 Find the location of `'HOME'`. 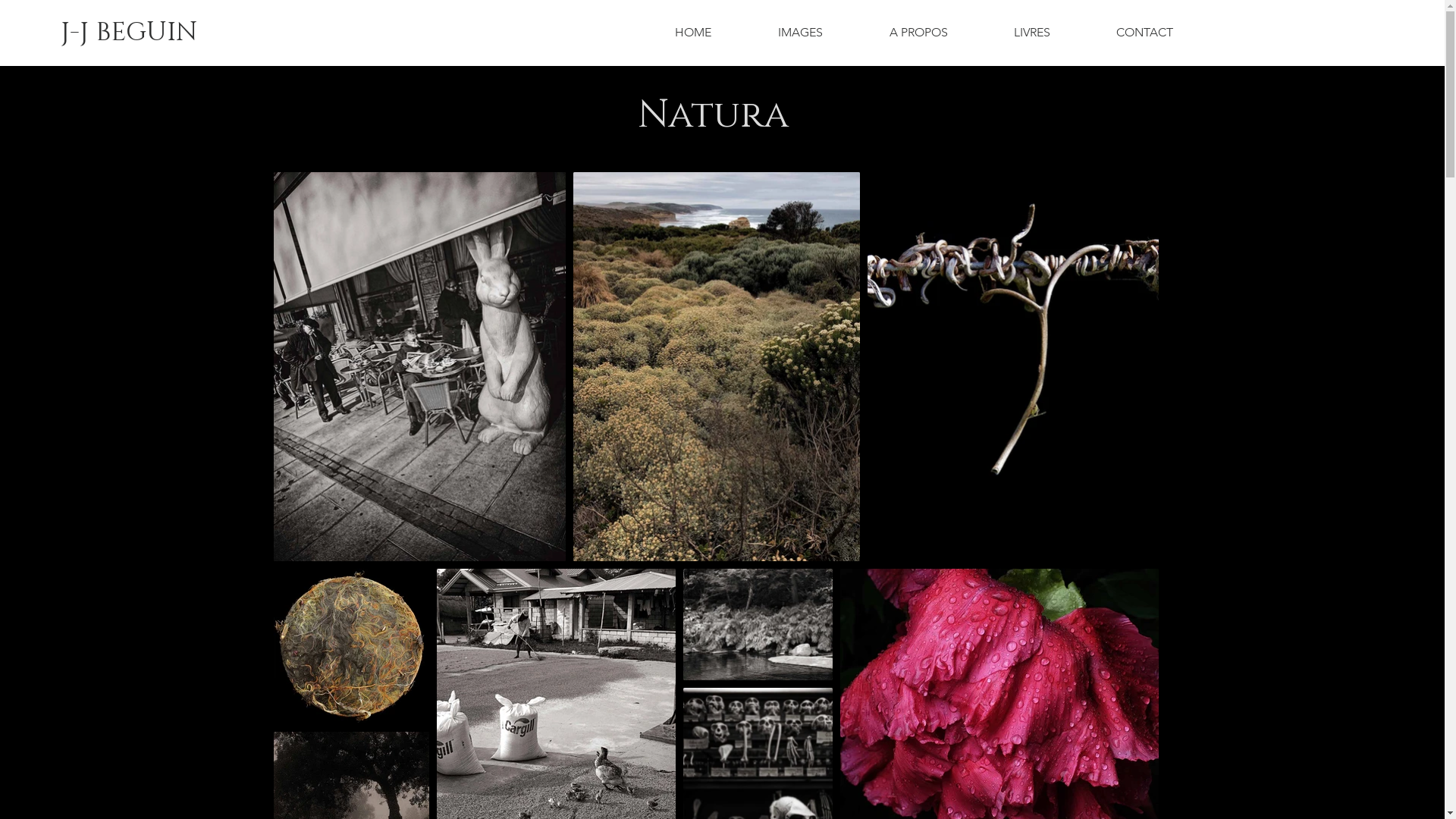

'HOME' is located at coordinates (692, 32).